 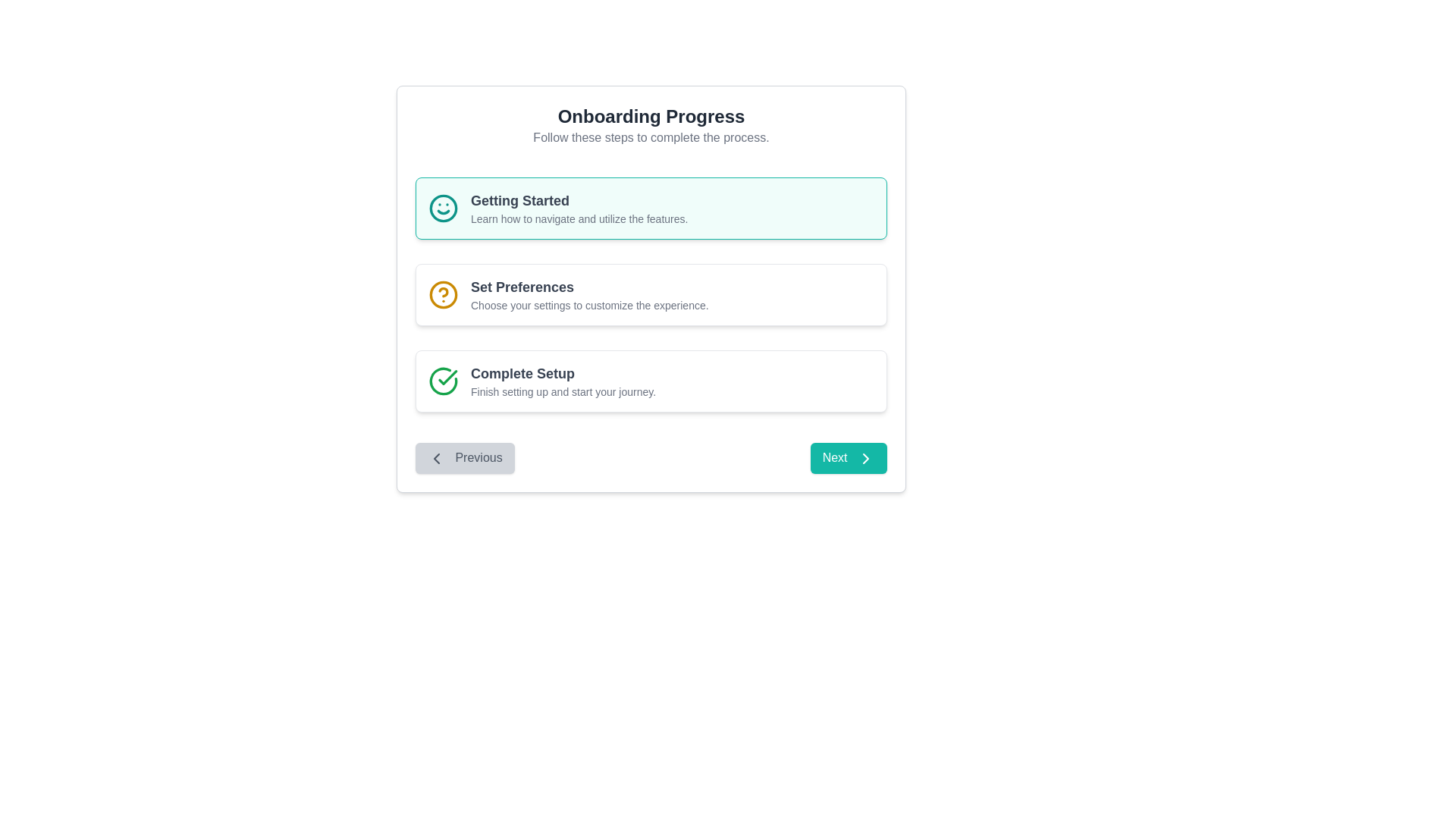 What do you see at coordinates (588, 295) in the screenshot?
I see `the text label located in the second section of the onboarding process, between 'Getting Started' and 'Complete Setup'` at bounding box center [588, 295].